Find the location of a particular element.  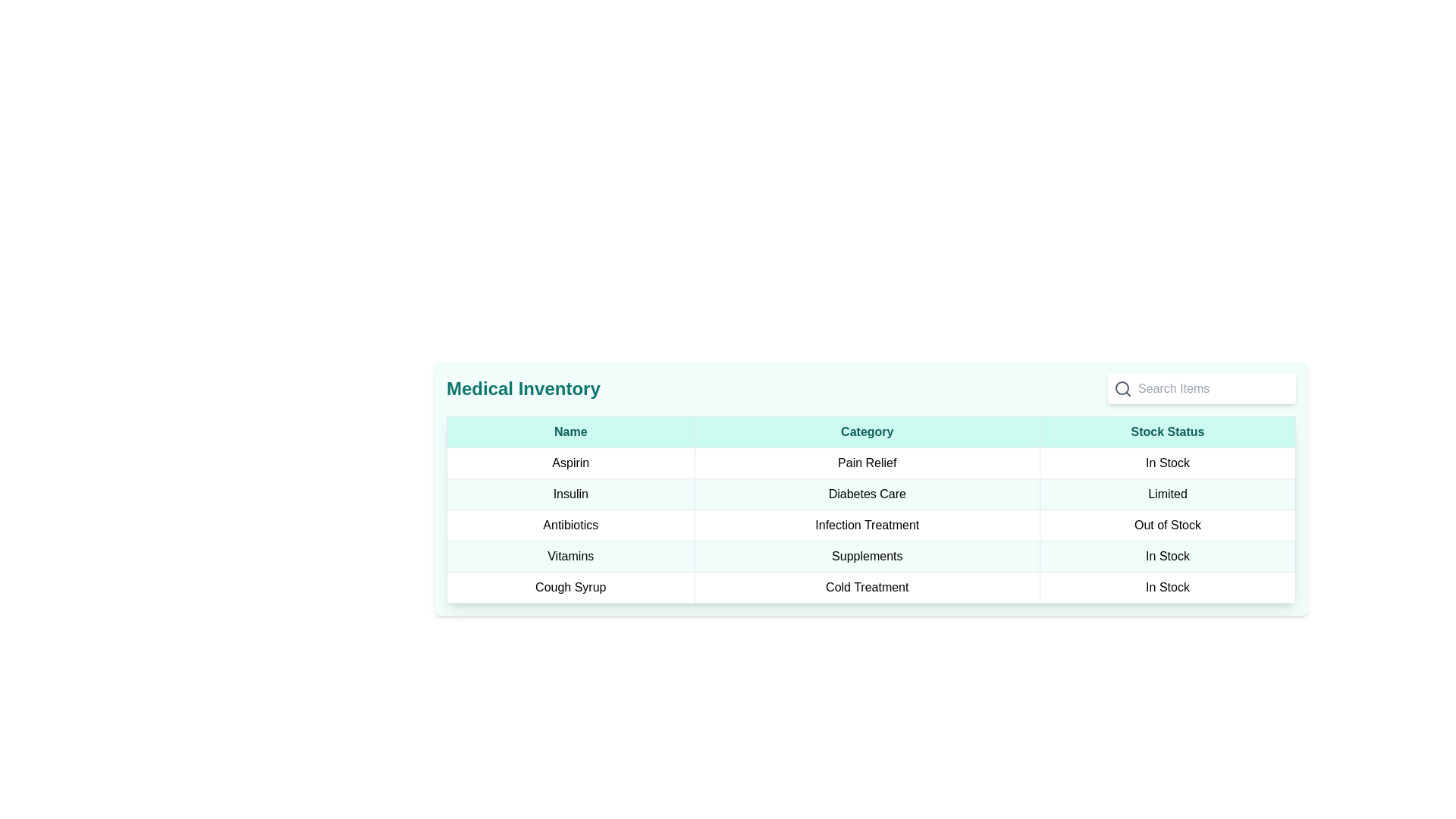

the table cell displaying 'Antibiotics', which is part of the 'Name' column in the third row of the medical inventory table is located at coordinates (570, 525).